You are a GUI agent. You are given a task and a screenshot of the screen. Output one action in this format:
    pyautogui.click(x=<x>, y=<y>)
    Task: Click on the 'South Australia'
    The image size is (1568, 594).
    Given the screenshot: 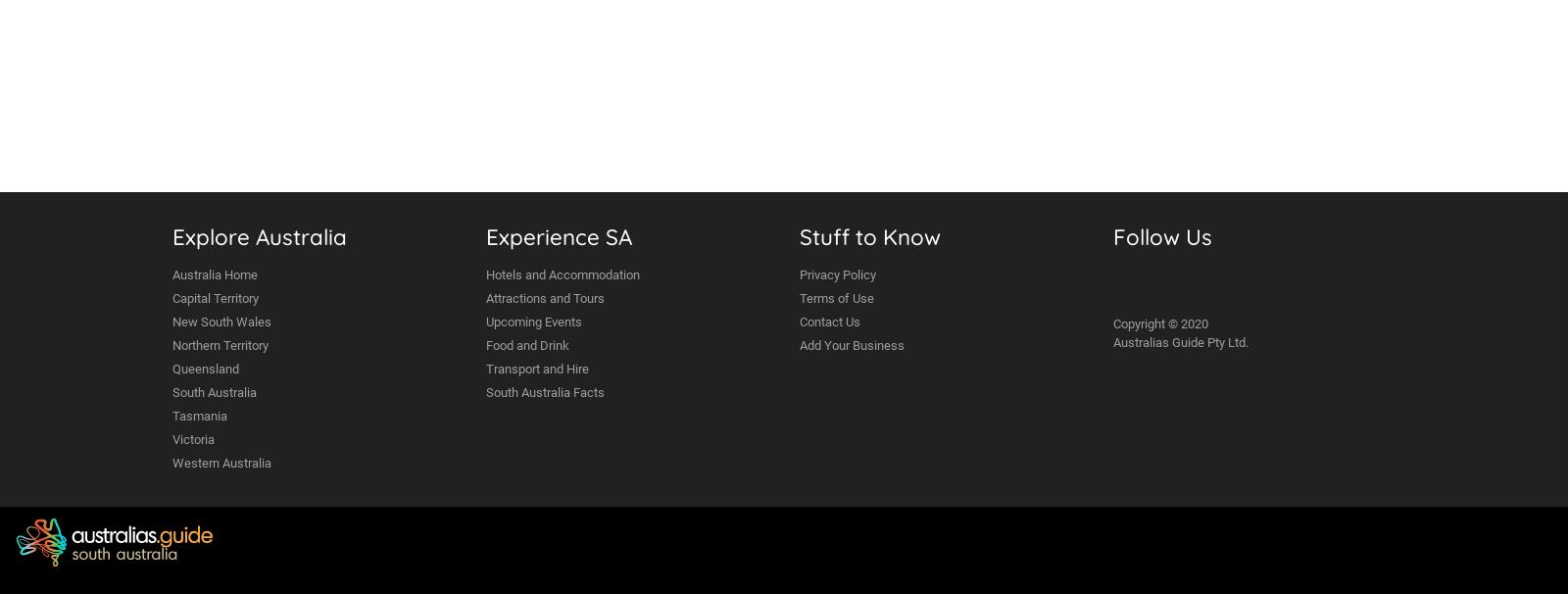 What is the action you would take?
    pyautogui.click(x=215, y=391)
    